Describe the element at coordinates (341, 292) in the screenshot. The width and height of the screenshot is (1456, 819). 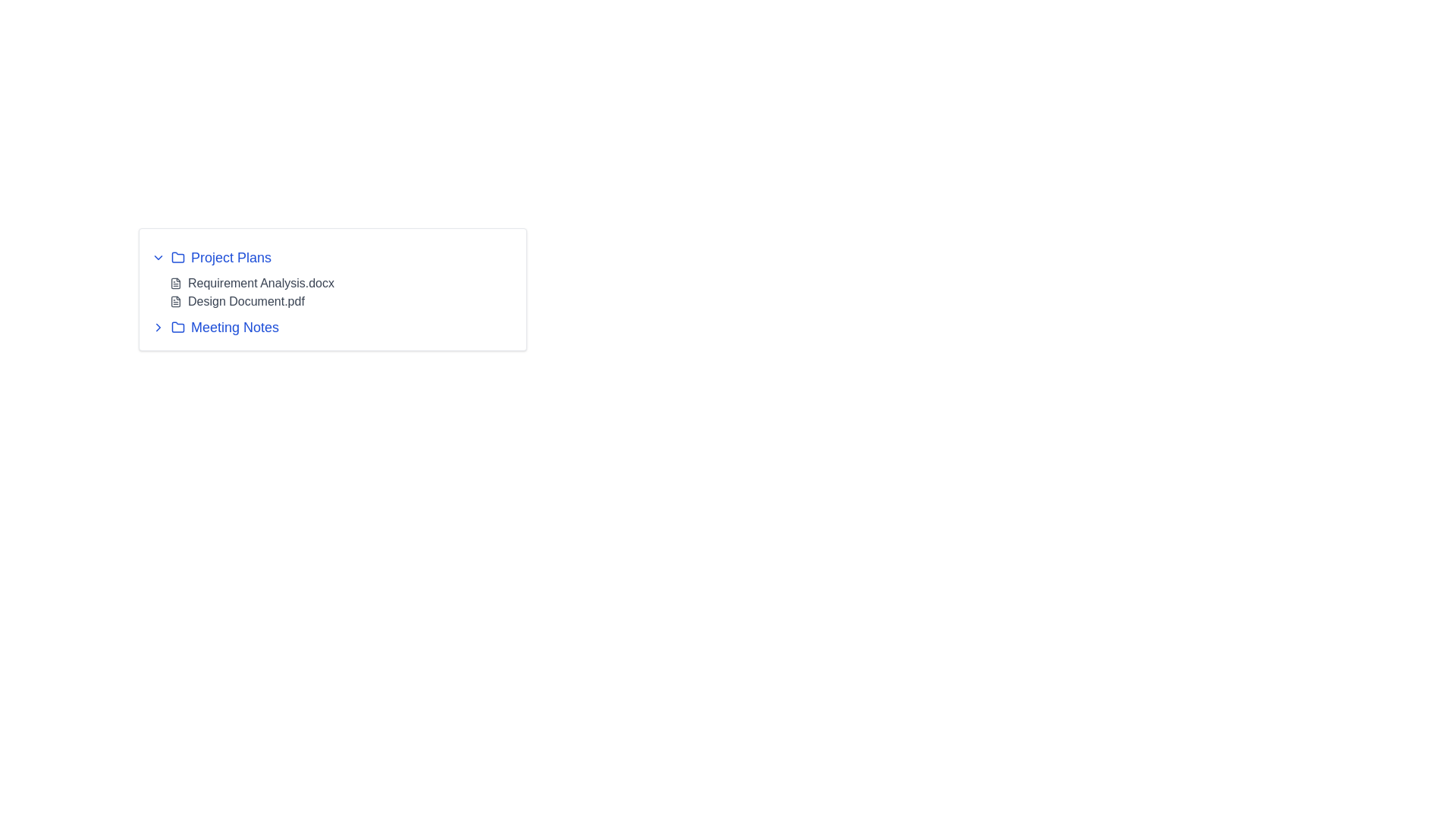
I see `the item link in the list of documents, specifically 'Requirement Analysis.docx' or 'Design Document.pdf', which is part of the dropdown menu under 'Project Plans'` at that location.